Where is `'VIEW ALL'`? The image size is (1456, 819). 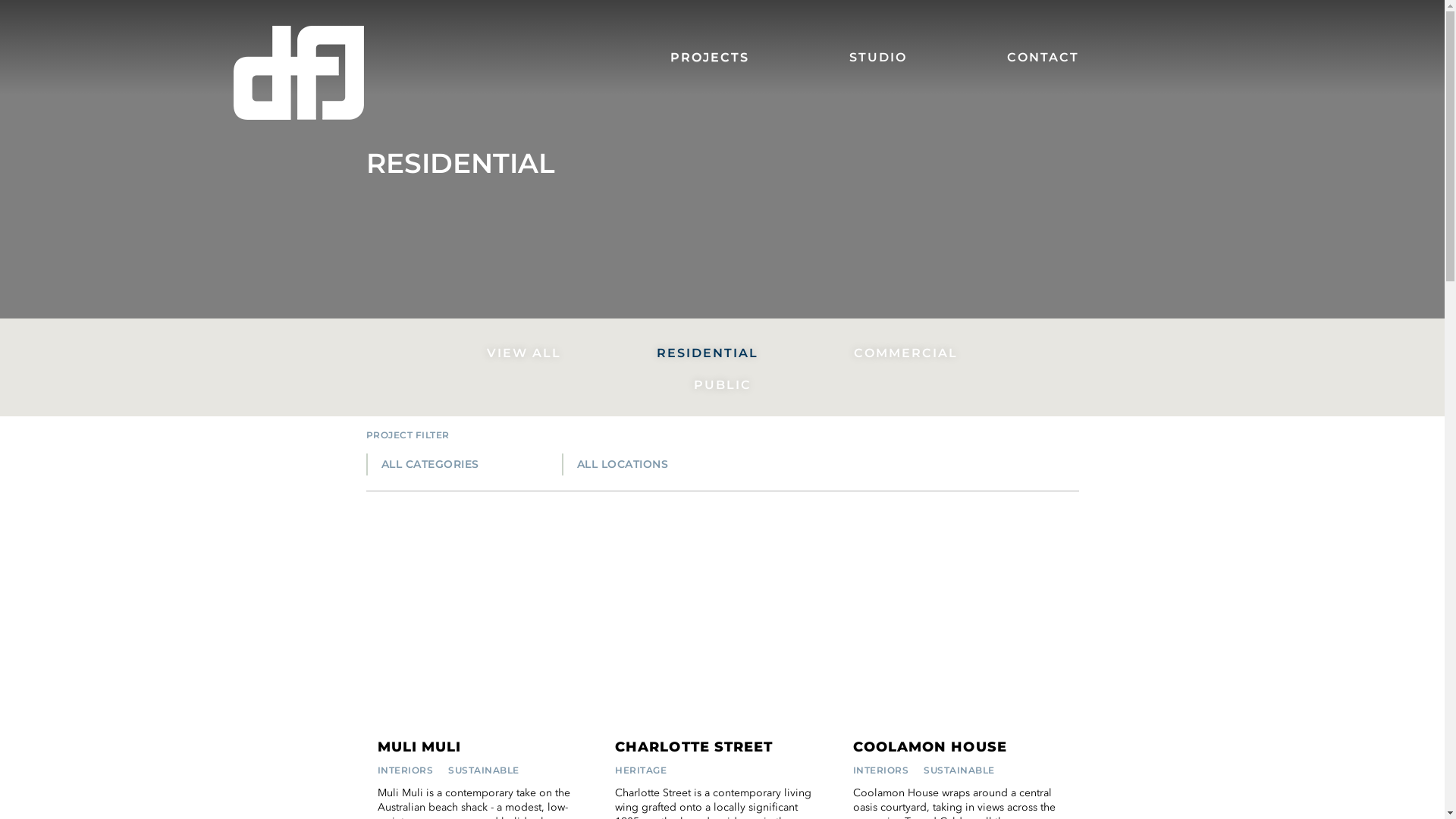 'VIEW ALL' is located at coordinates (524, 353).